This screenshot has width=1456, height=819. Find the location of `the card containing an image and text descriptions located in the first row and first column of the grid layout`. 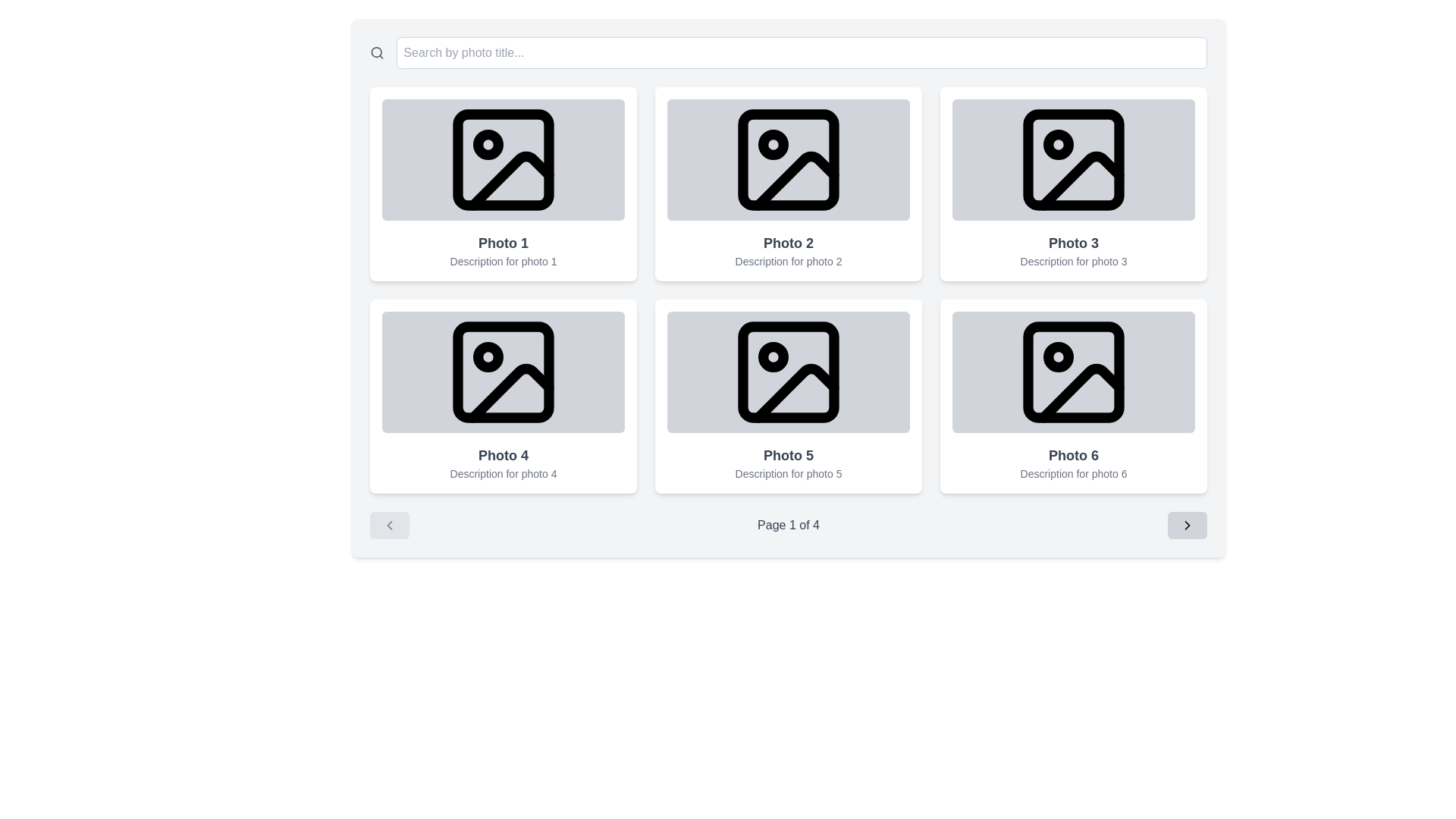

the card containing an image and text descriptions located in the first row and first column of the grid layout is located at coordinates (503, 184).